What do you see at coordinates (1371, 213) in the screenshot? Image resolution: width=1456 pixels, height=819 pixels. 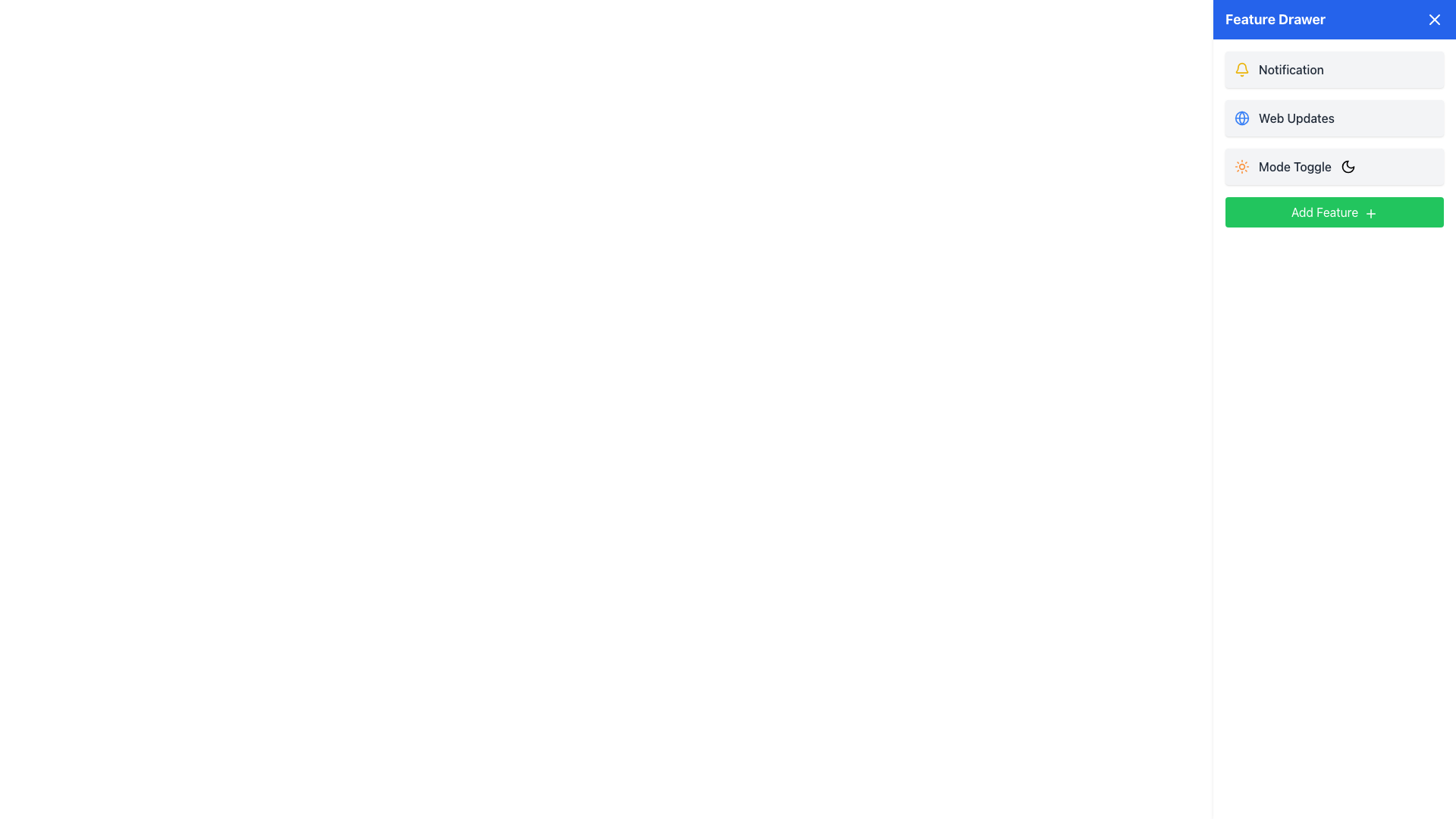 I see `the plus sign icon with a green background located at the right end of the 'Add Feature' button` at bounding box center [1371, 213].